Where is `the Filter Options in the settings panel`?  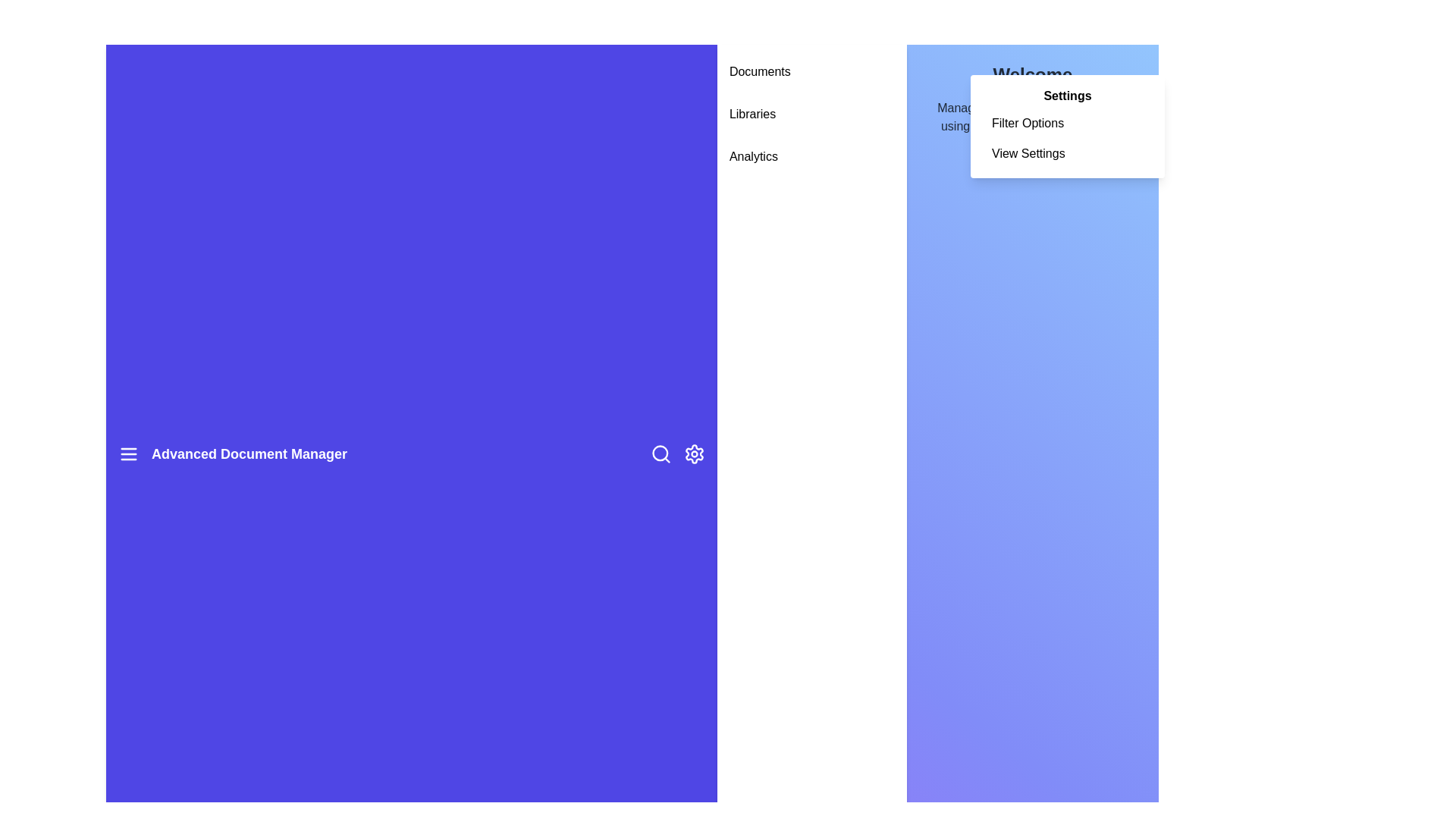
the Filter Options in the settings panel is located at coordinates (1066, 122).